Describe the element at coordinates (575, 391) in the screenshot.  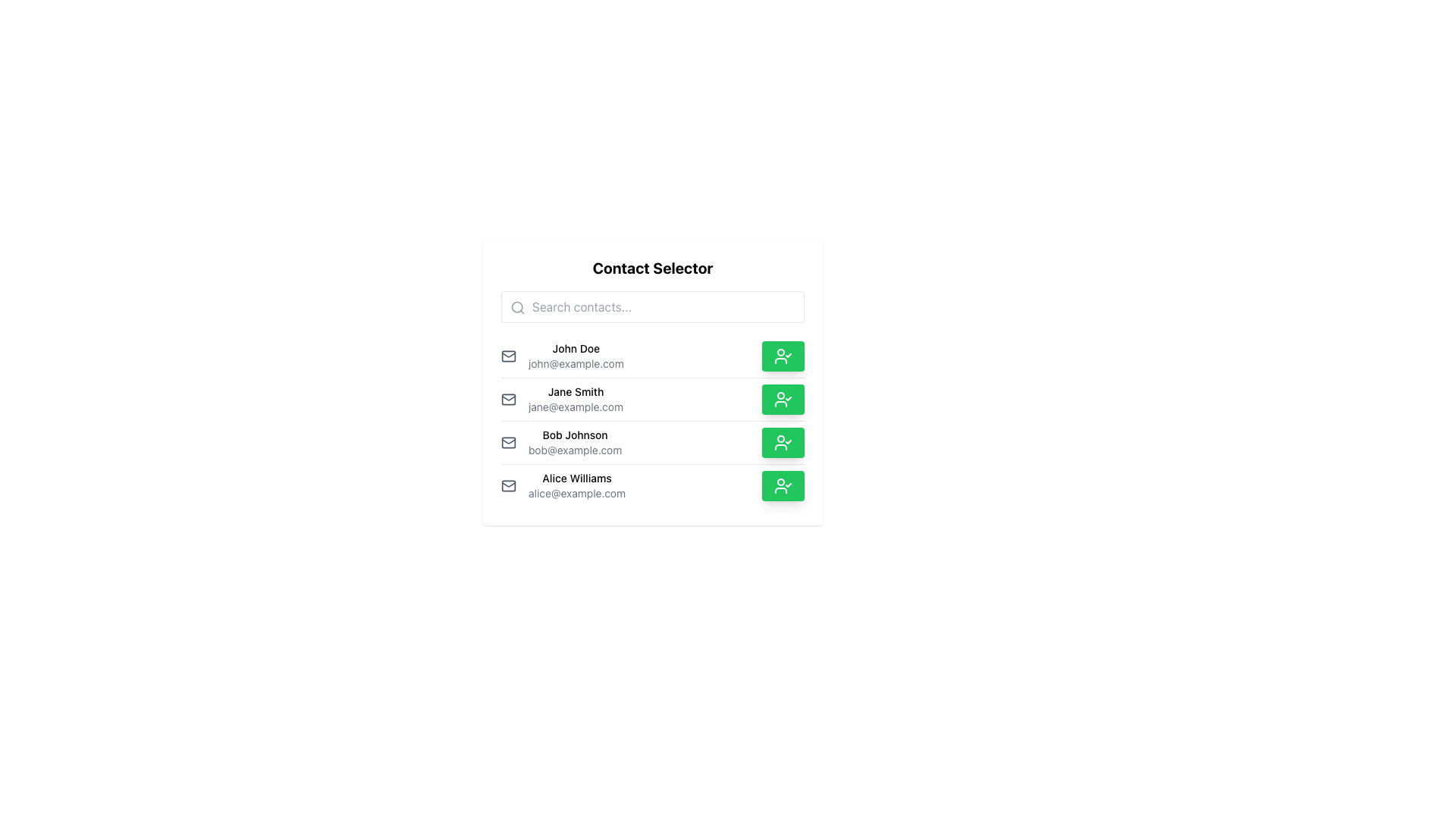
I see `the text displayed in the contact name label located in the second row of the contact list interface, just above the email address 'jane@example.com'` at that location.